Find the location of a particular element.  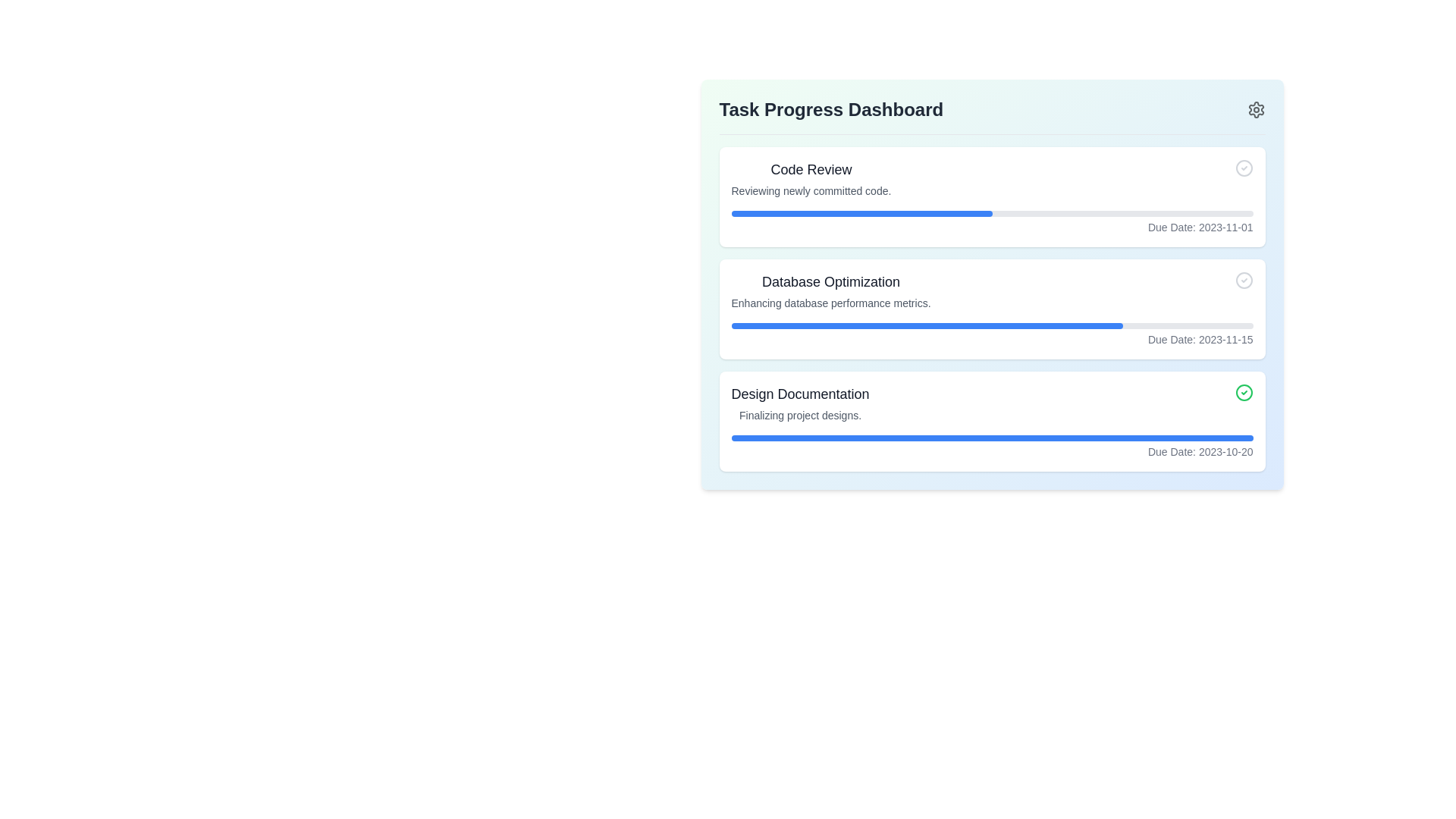

due date displayed on the progress bar for the 'Database Optimization' task, which is located below its header and above the 'Design Documentation' task entry is located at coordinates (992, 334).